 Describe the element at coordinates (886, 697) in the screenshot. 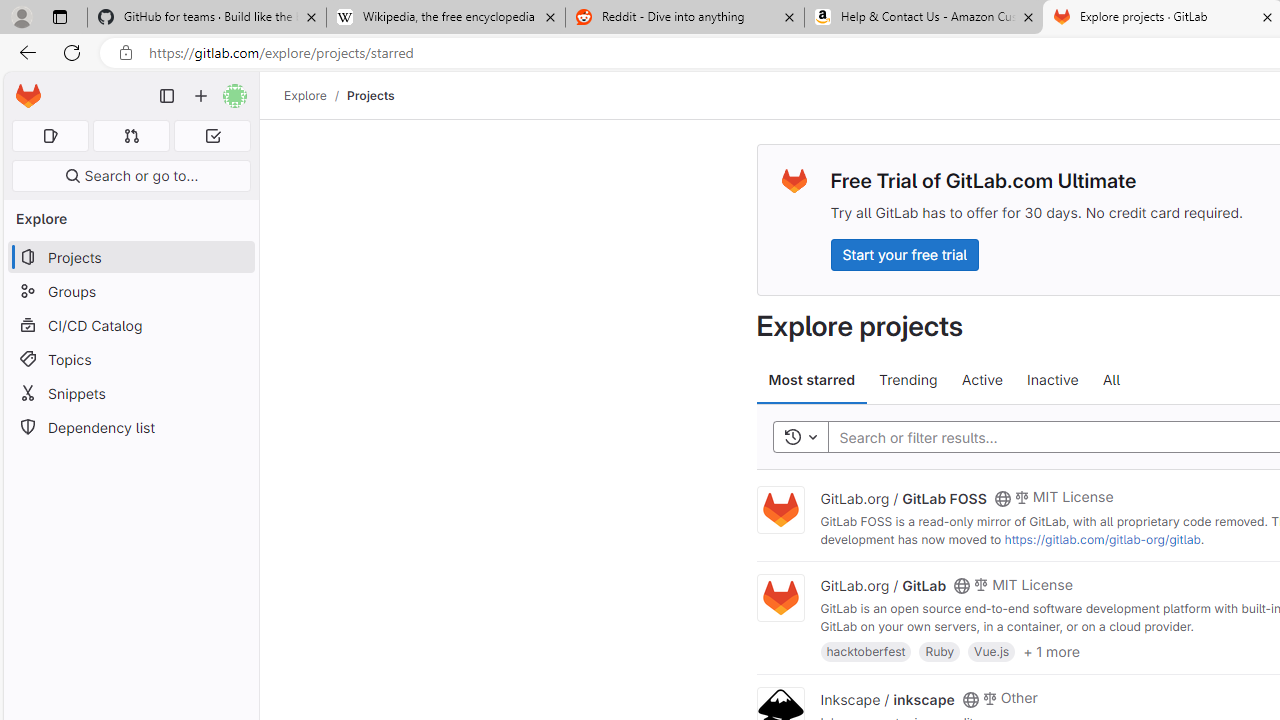

I see `'Inkscape / inkscape'` at that location.